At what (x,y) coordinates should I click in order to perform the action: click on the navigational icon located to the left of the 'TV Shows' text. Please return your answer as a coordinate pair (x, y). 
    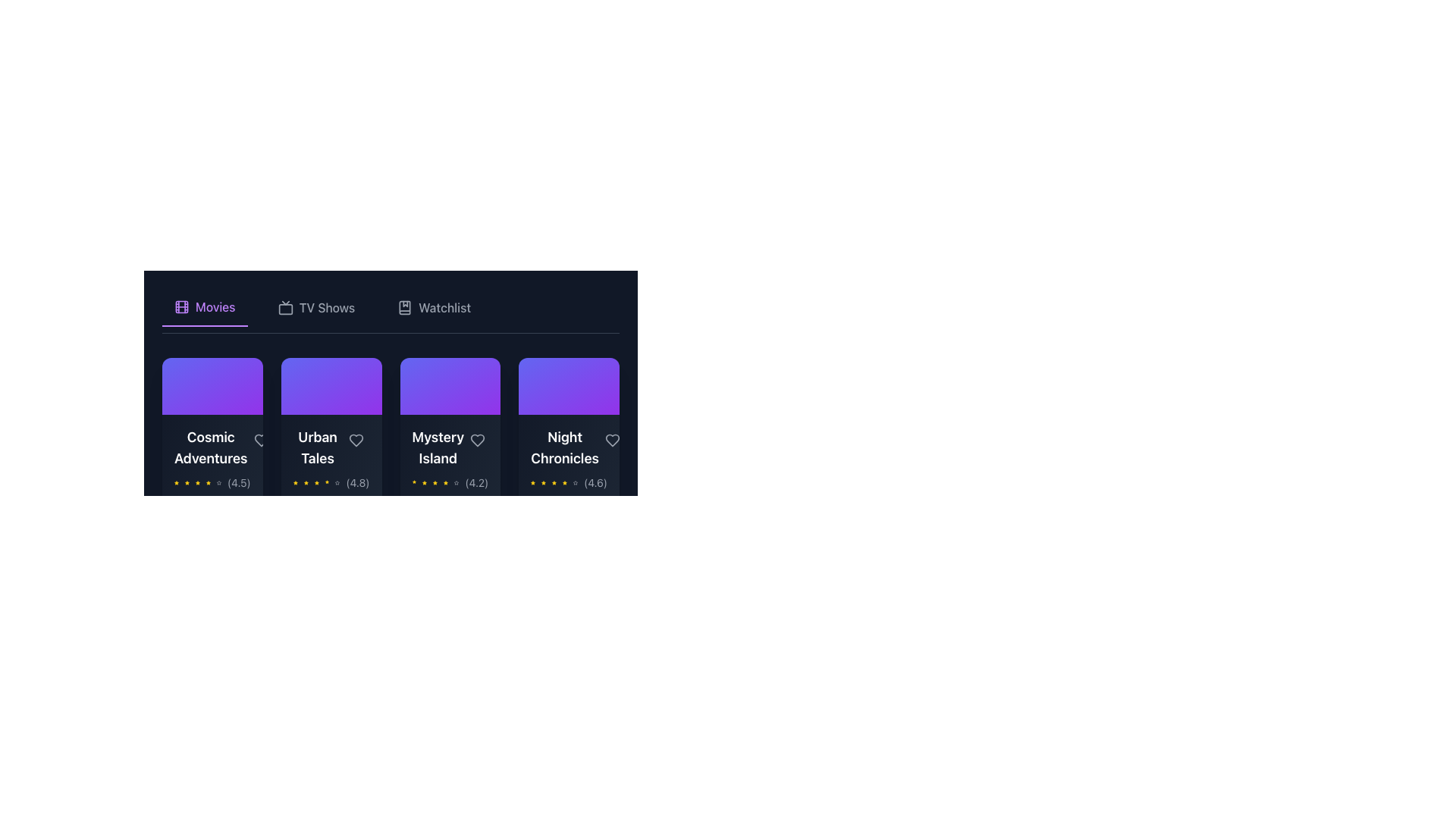
    Looking at the image, I should click on (285, 307).